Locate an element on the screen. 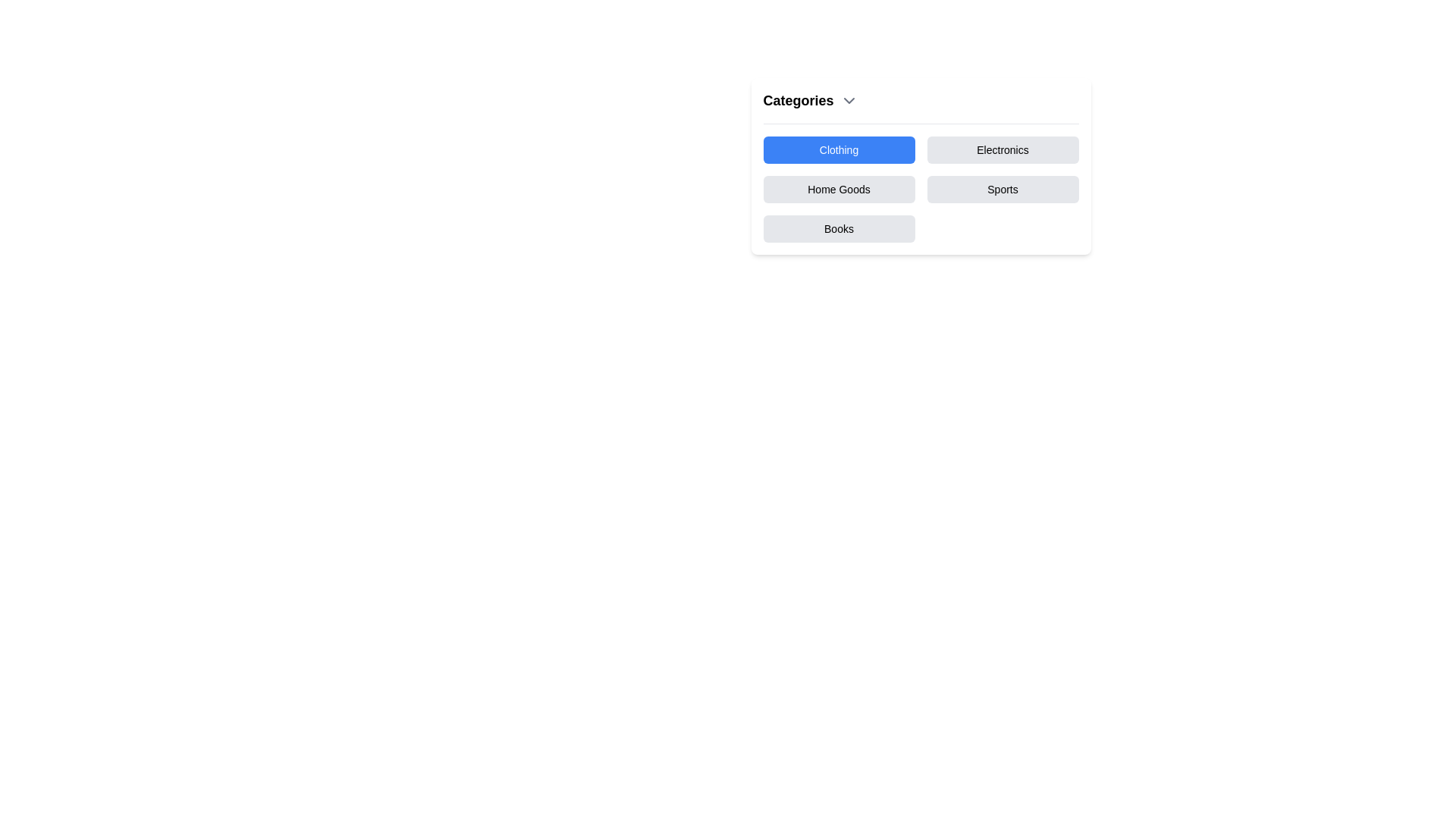 This screenshot has height=819, width=1456. the dropdown indicator icon located immediately to the right of the 'Categories' text in the header area is located at coordinates (848, 100).